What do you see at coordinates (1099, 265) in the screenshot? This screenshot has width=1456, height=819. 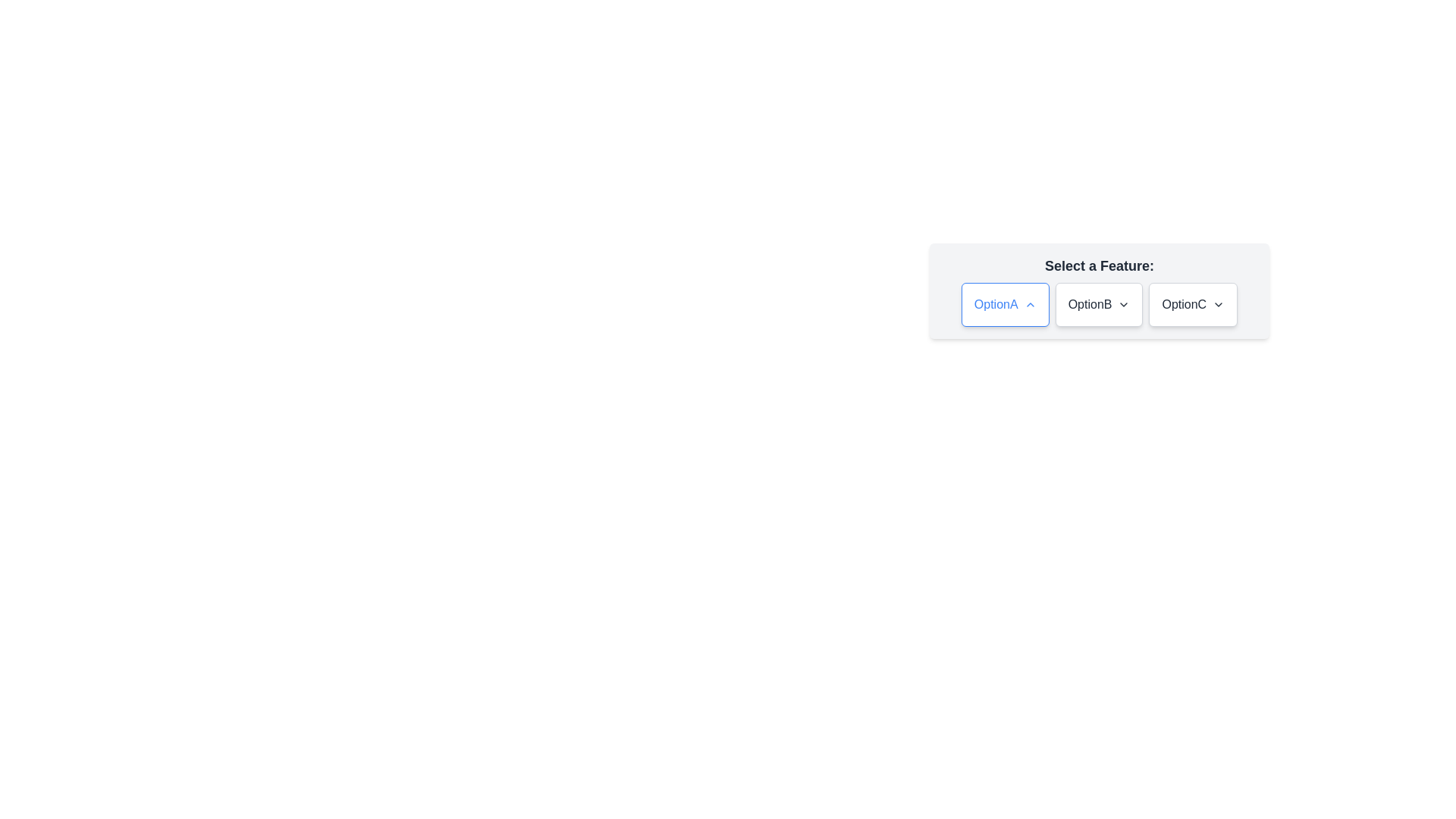 I see `the static text label displaying 'Select a Feature:' which is positioned at the top of the panel and is centered horizontally` at bounding box center [1099, 265].